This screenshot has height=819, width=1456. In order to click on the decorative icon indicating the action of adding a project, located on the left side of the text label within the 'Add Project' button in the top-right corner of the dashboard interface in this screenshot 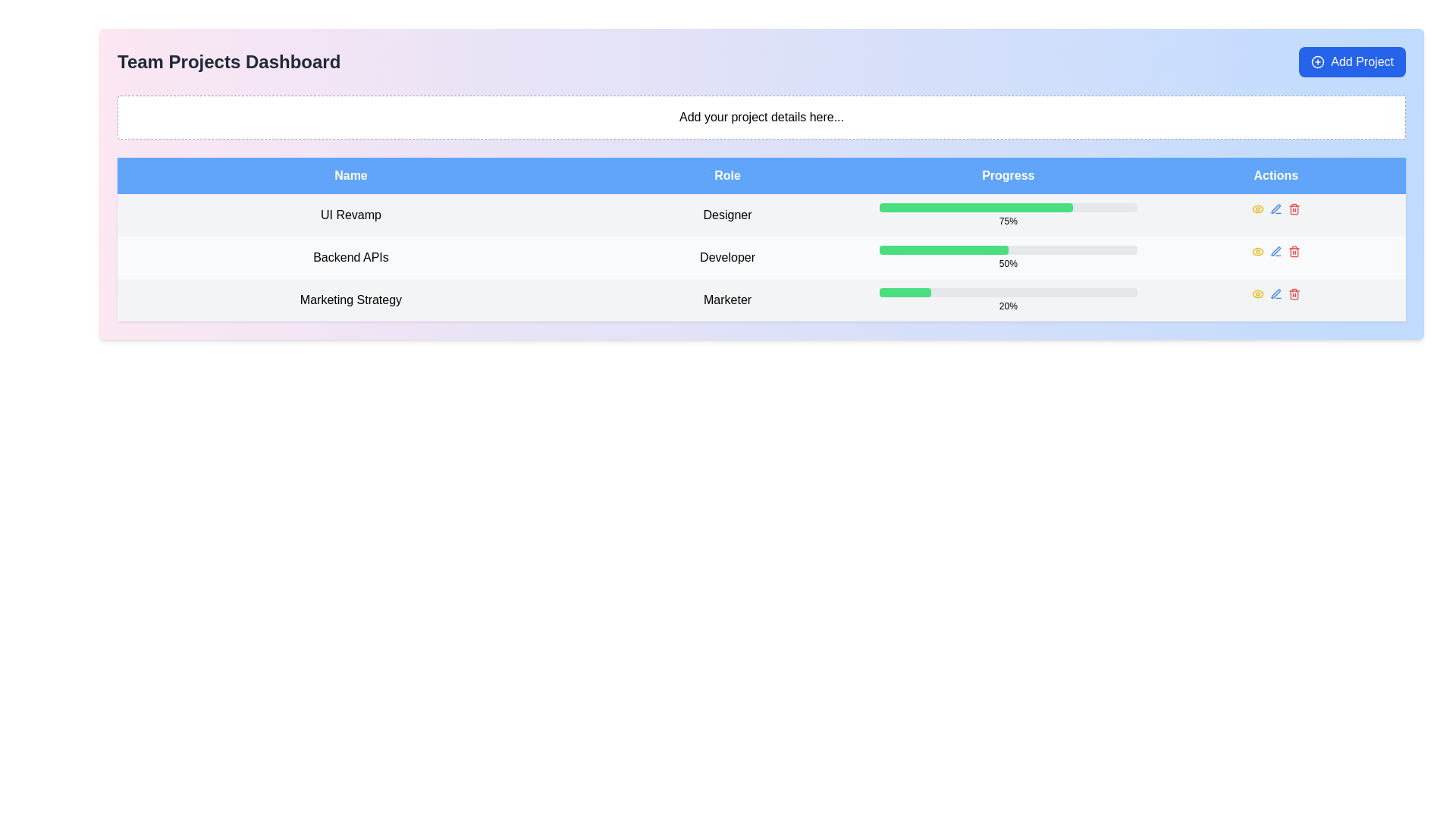, I will do `click(1316, 61)`.